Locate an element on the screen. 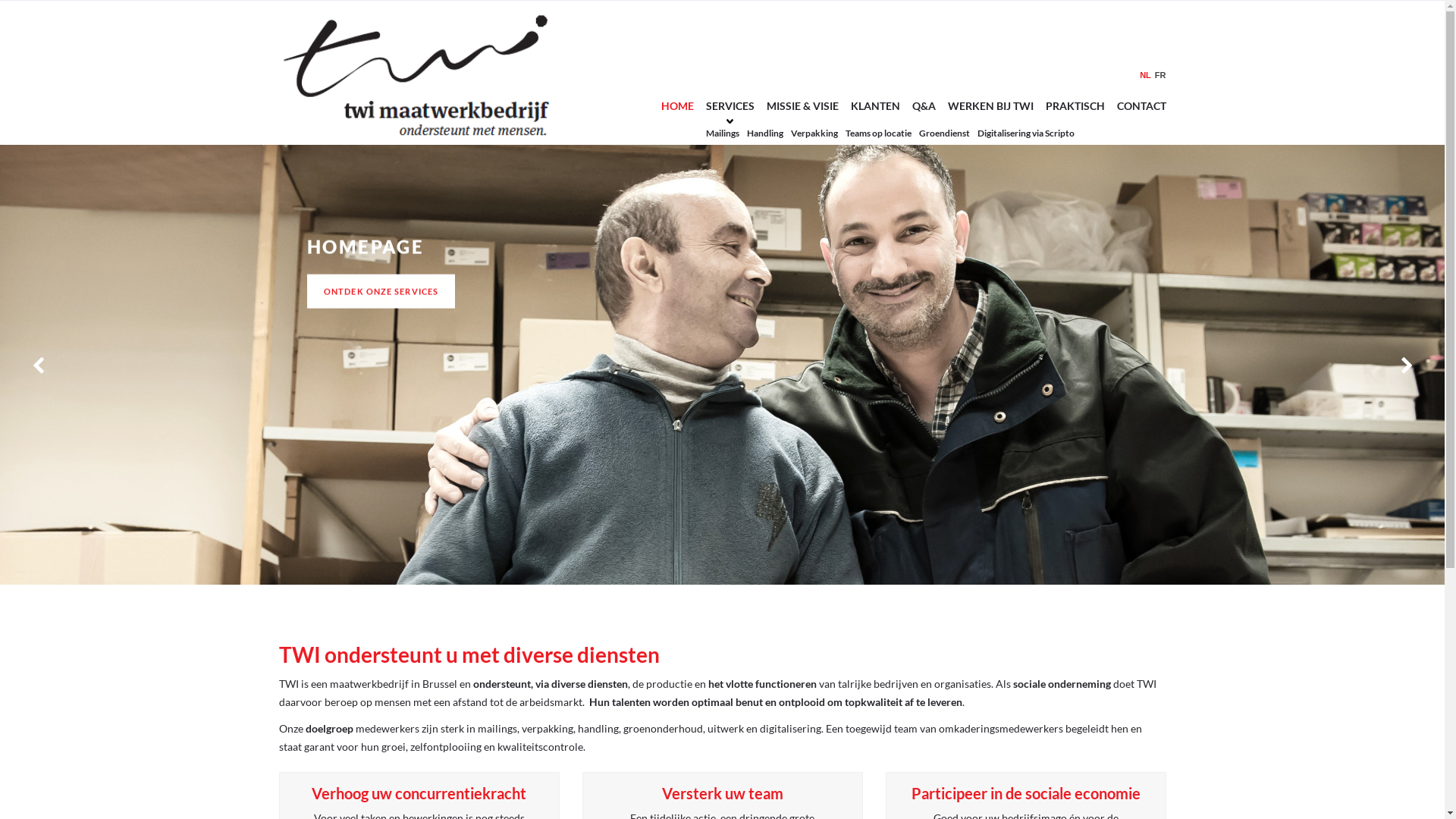 This screenshot has height=819, width=1456. 'MISSIE & VISIE' is located at coordinates (801, 105).